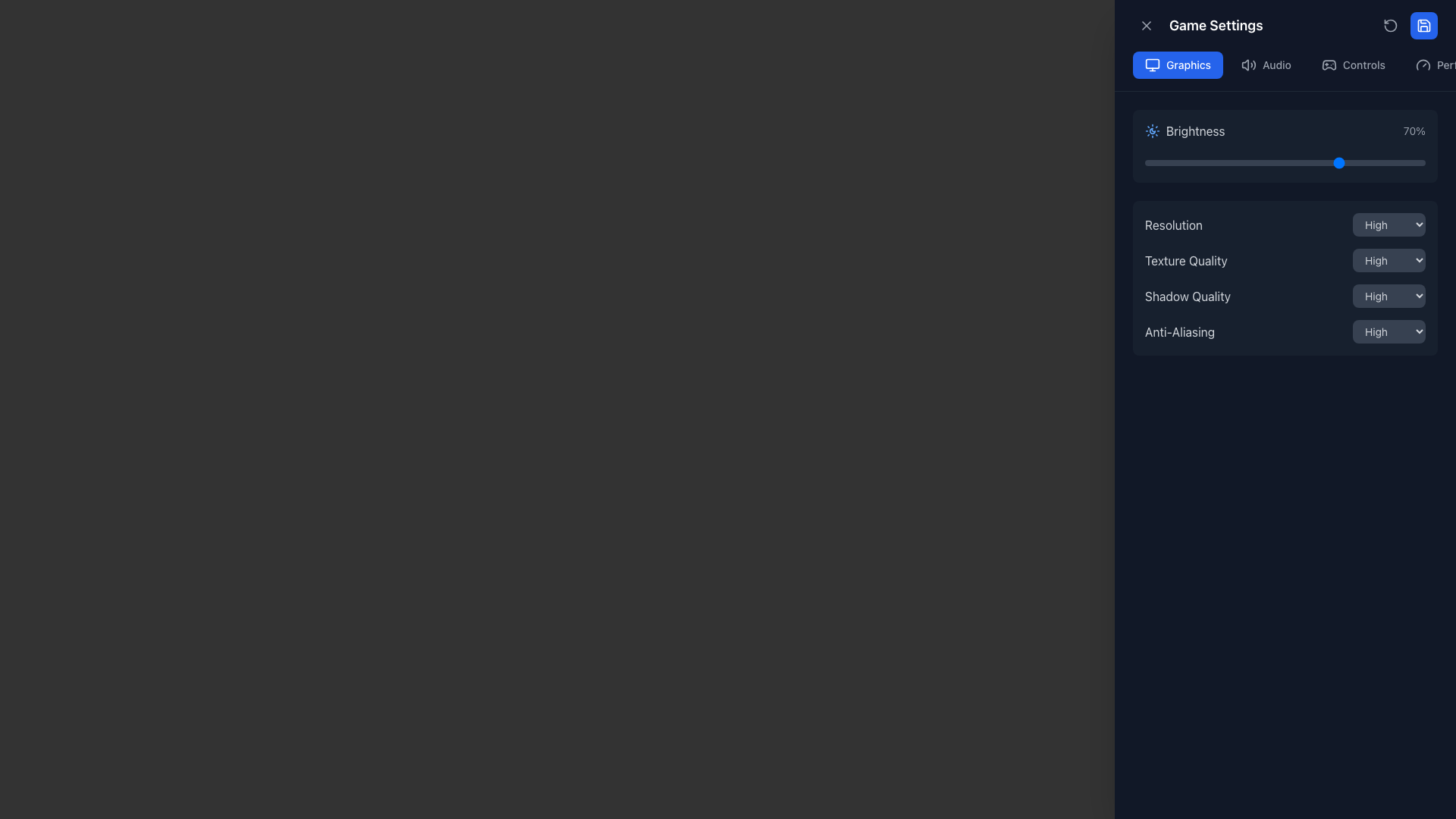 This screenshot has width=1456, height=819. I want to click on the brightness level, so click(1290, 163).